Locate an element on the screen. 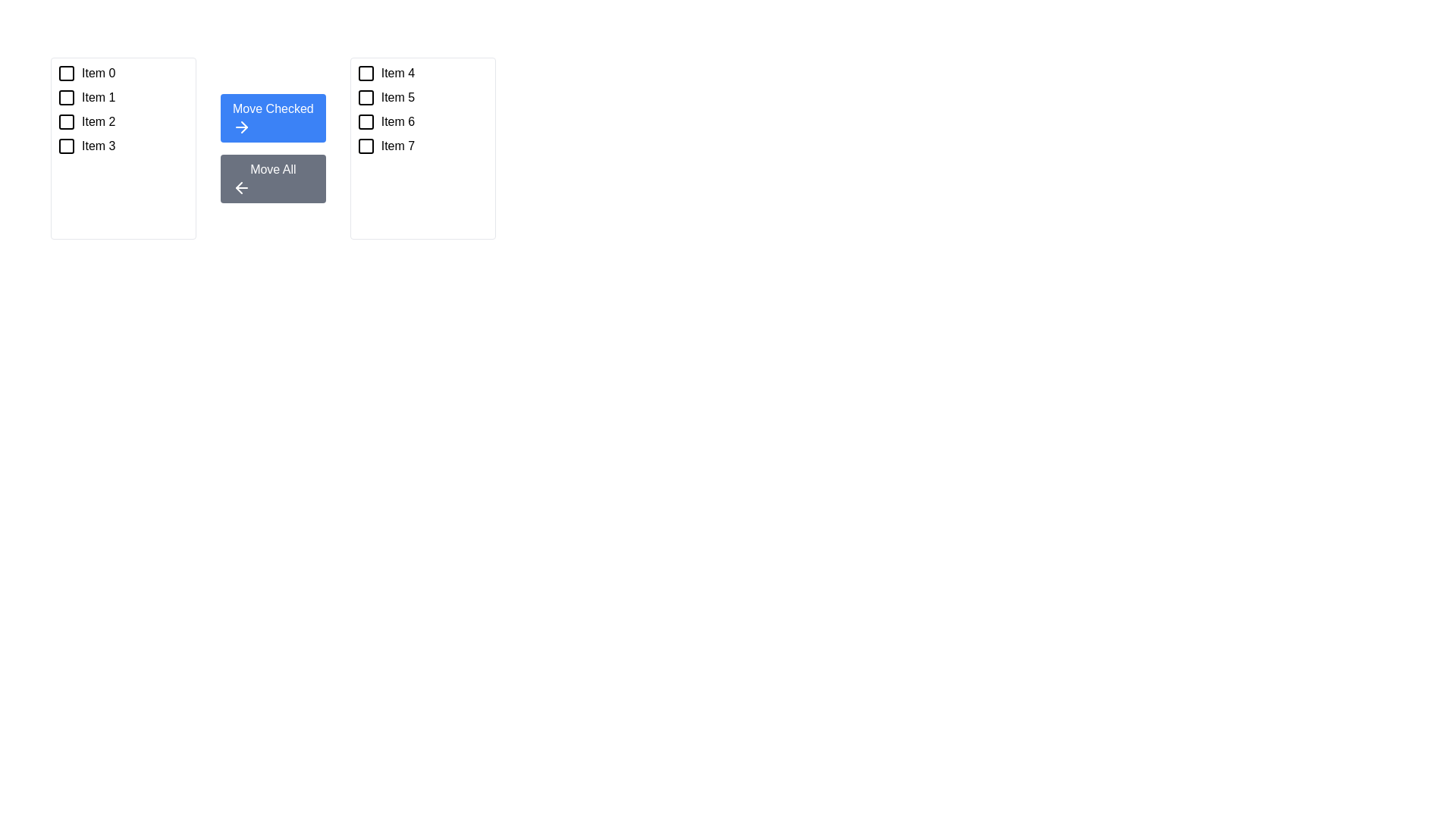  the checkbox associated with 'Item 6' is located at coordinates (366, 121).